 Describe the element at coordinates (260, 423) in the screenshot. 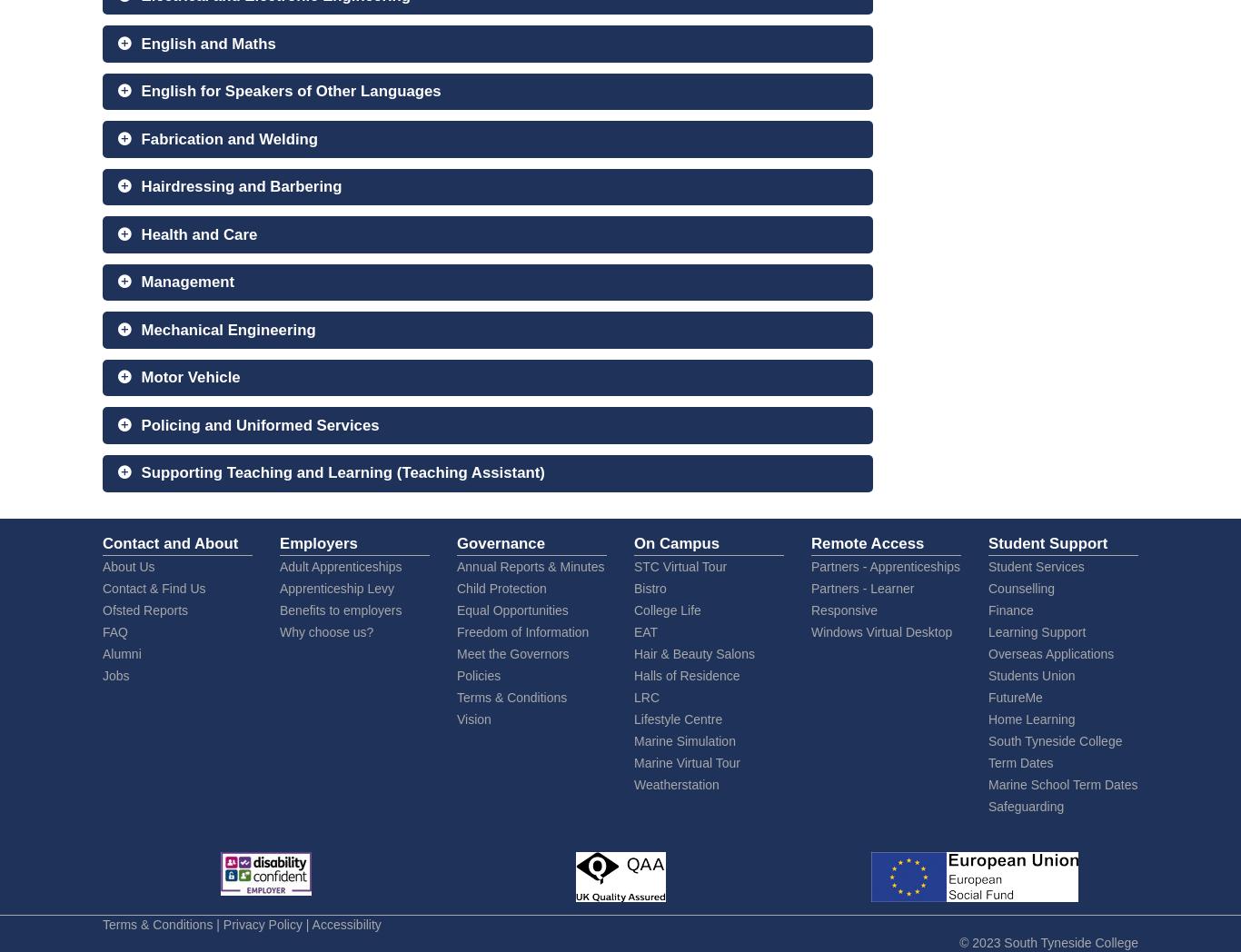

I see `'Policing and Uniformed Services'` at that location.